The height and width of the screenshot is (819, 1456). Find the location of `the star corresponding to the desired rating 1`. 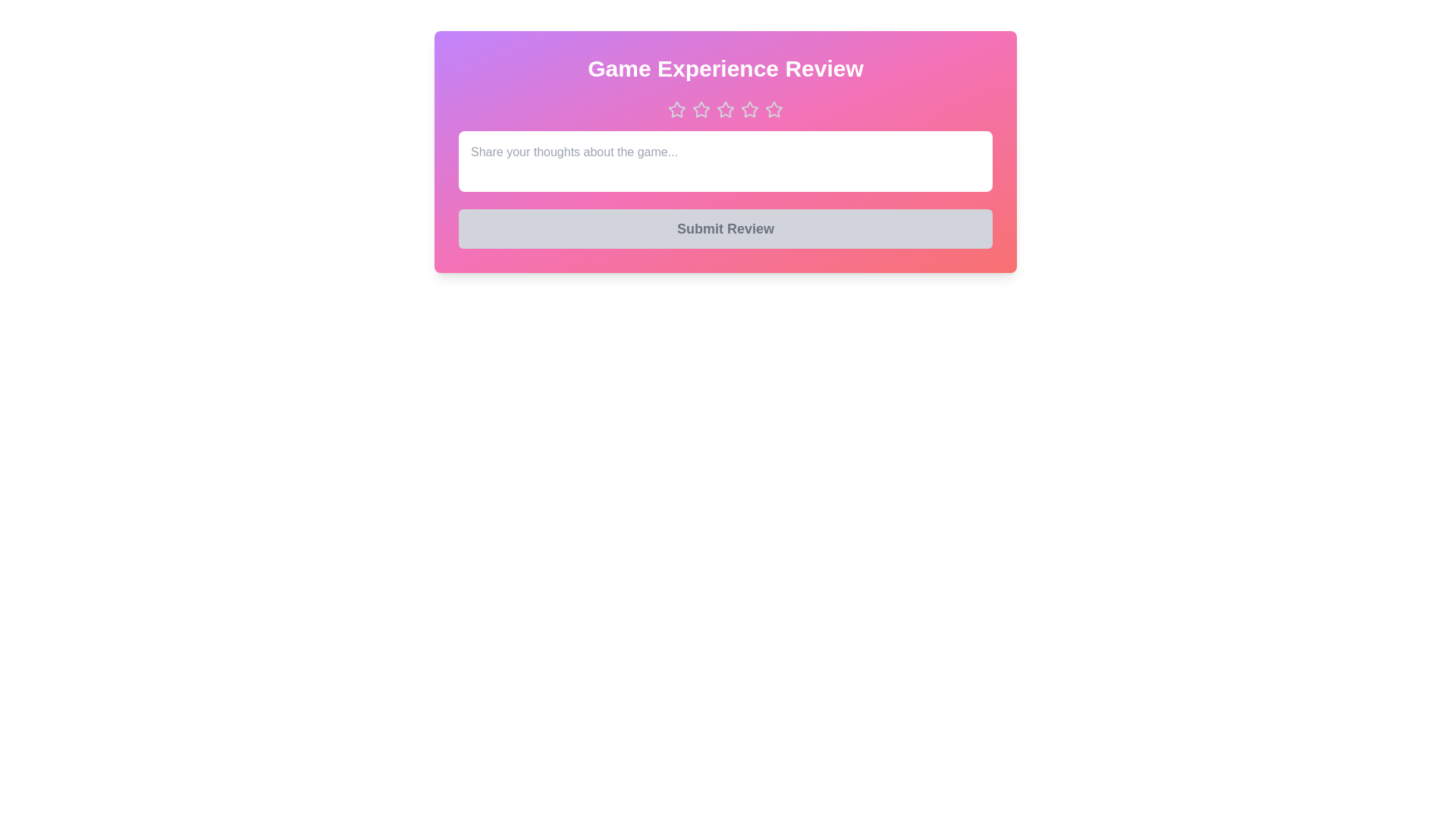

the star corresponding to the desired rating 1 is located at coordinates (676, 109).